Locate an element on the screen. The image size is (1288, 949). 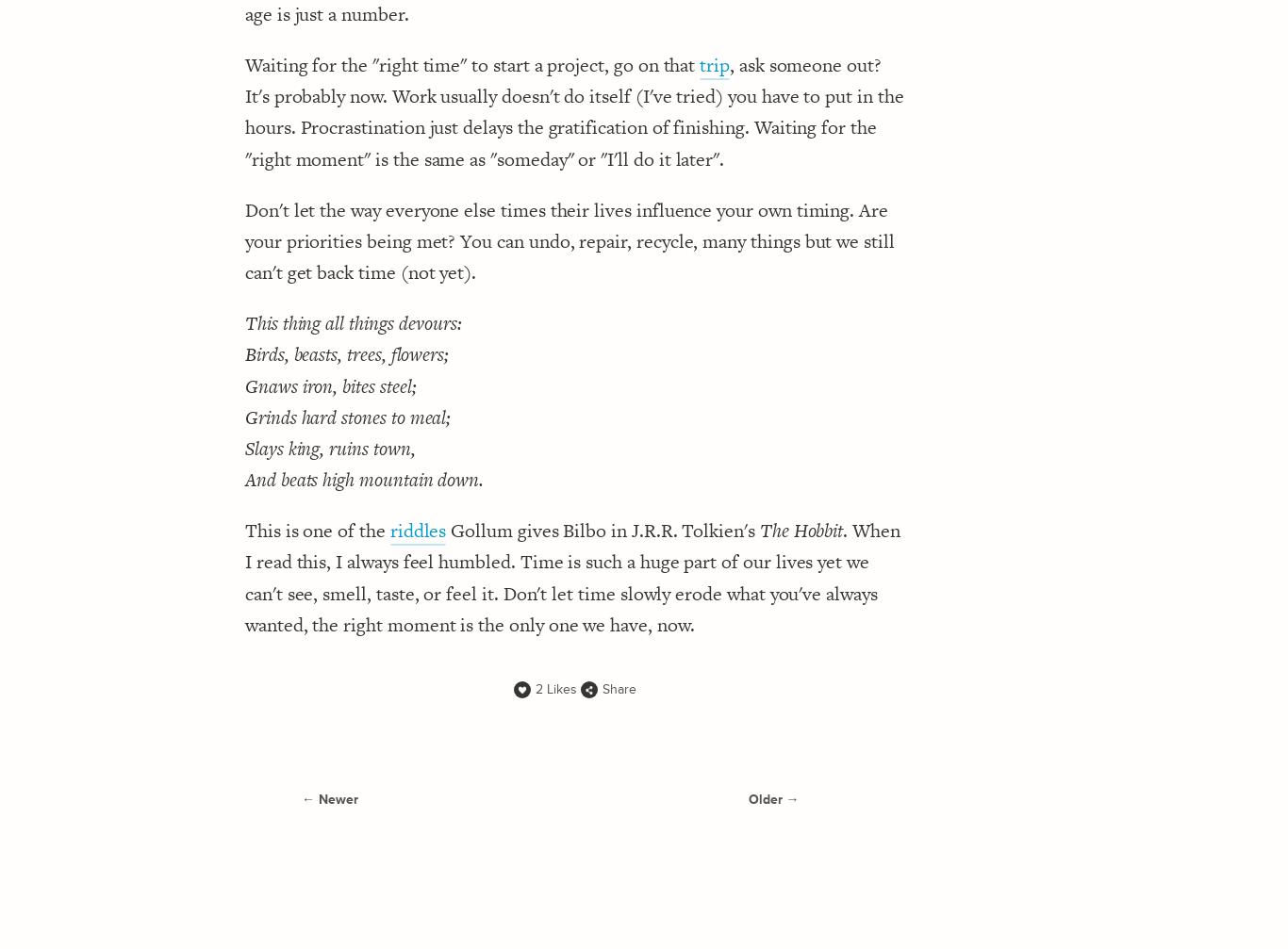
'Grinds hard stones to meal;' is located at coordinates (244, 416).